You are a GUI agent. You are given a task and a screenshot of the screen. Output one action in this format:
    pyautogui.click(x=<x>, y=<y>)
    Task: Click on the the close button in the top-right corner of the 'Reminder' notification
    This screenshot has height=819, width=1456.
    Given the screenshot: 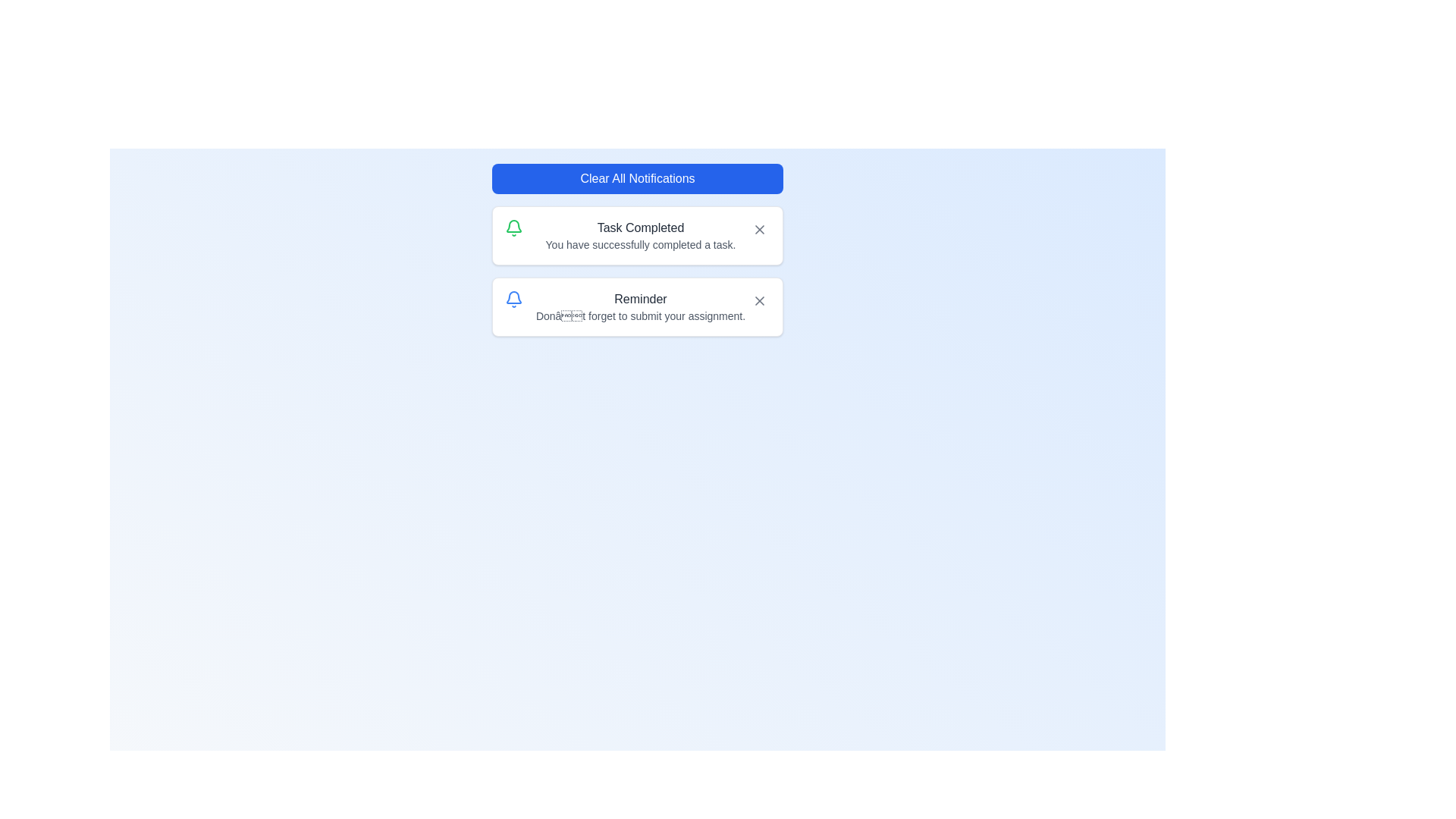 What is the action you would take?
    pyautogui.click(x=760, y=301)
    